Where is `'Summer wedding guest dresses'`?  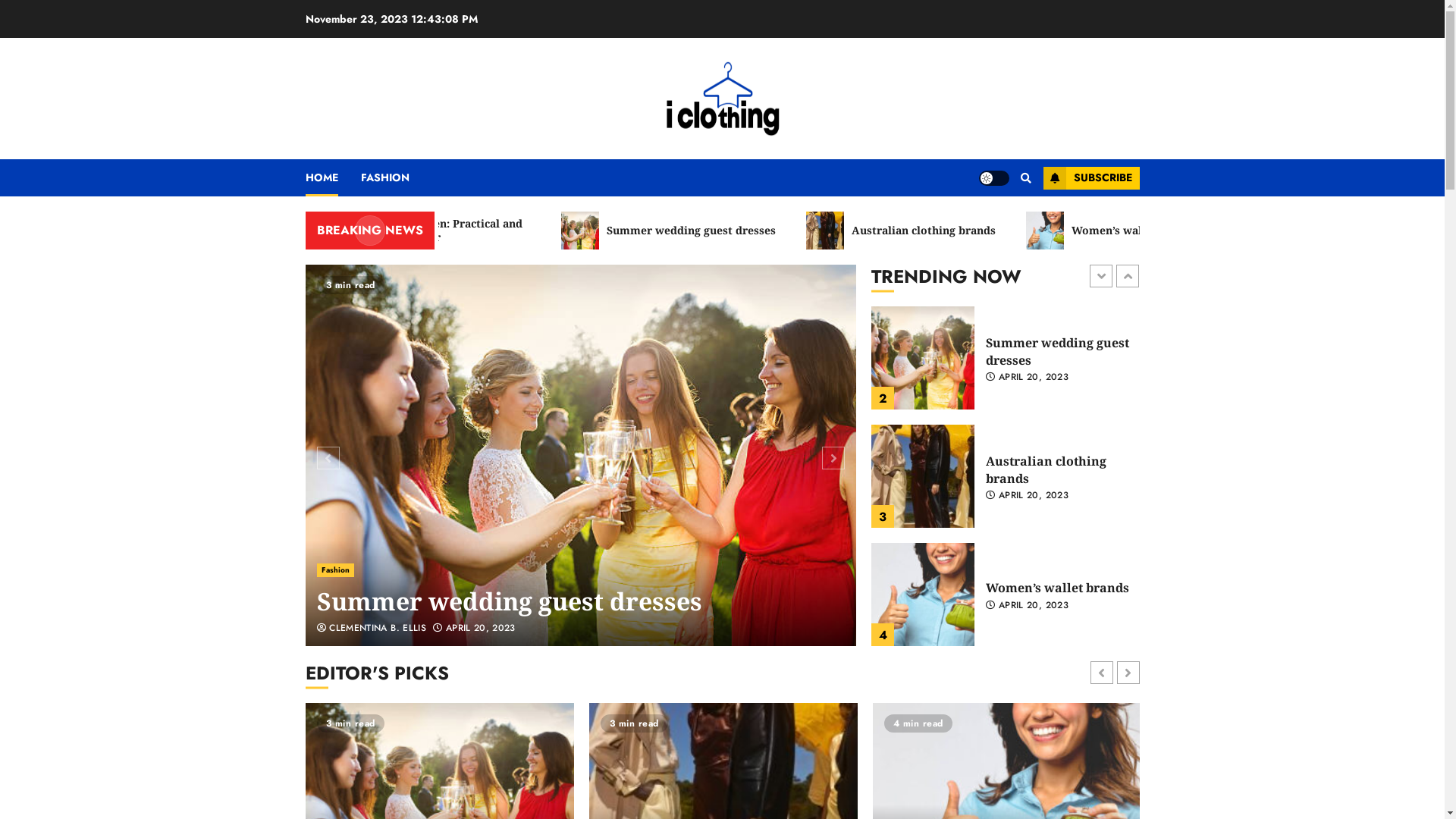
'Summer wedding guest dresses' is located at coordinates (1056, 469).